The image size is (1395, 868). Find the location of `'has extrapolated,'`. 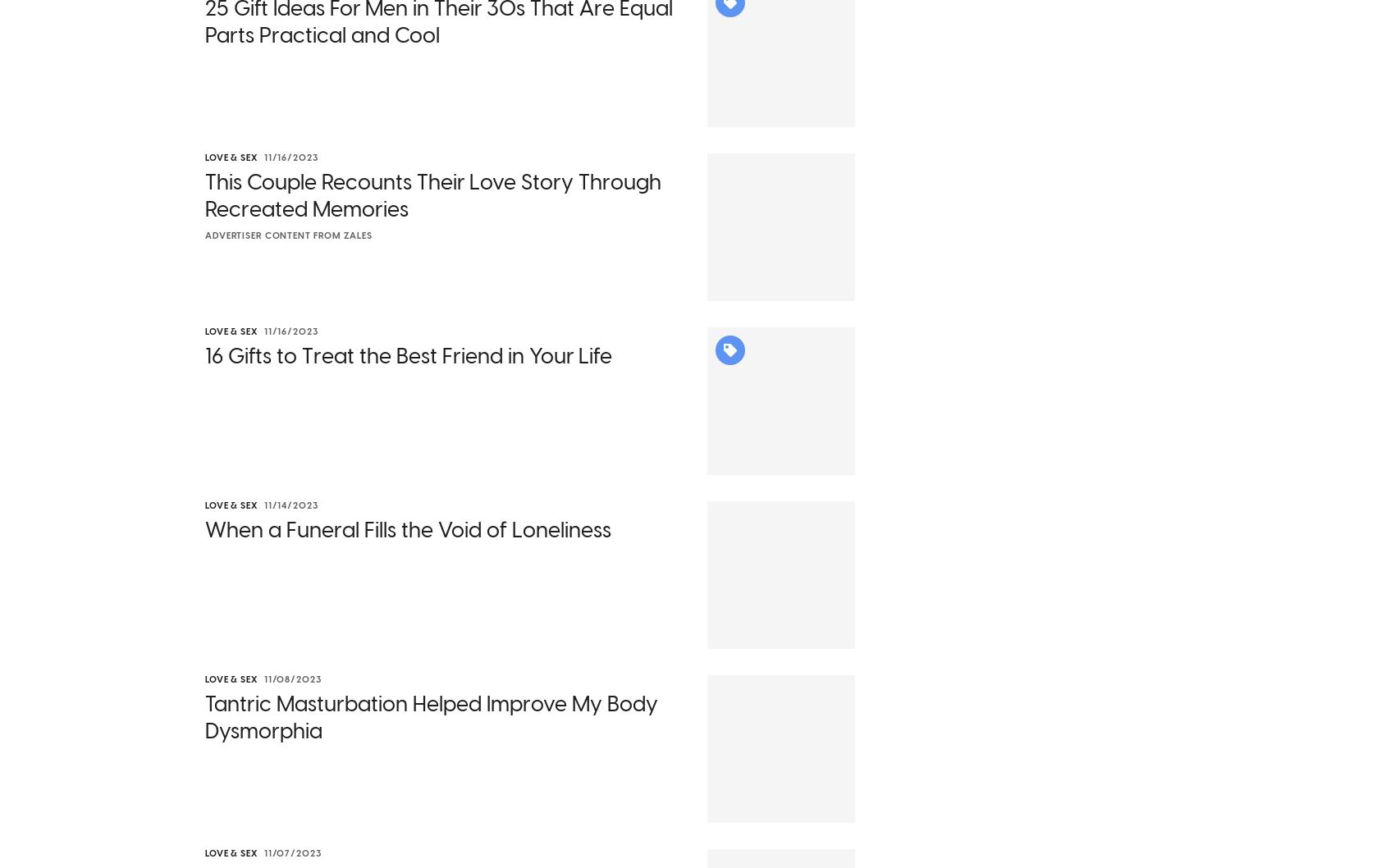

'has extrapolated,' is located at coordinates (601, 714).